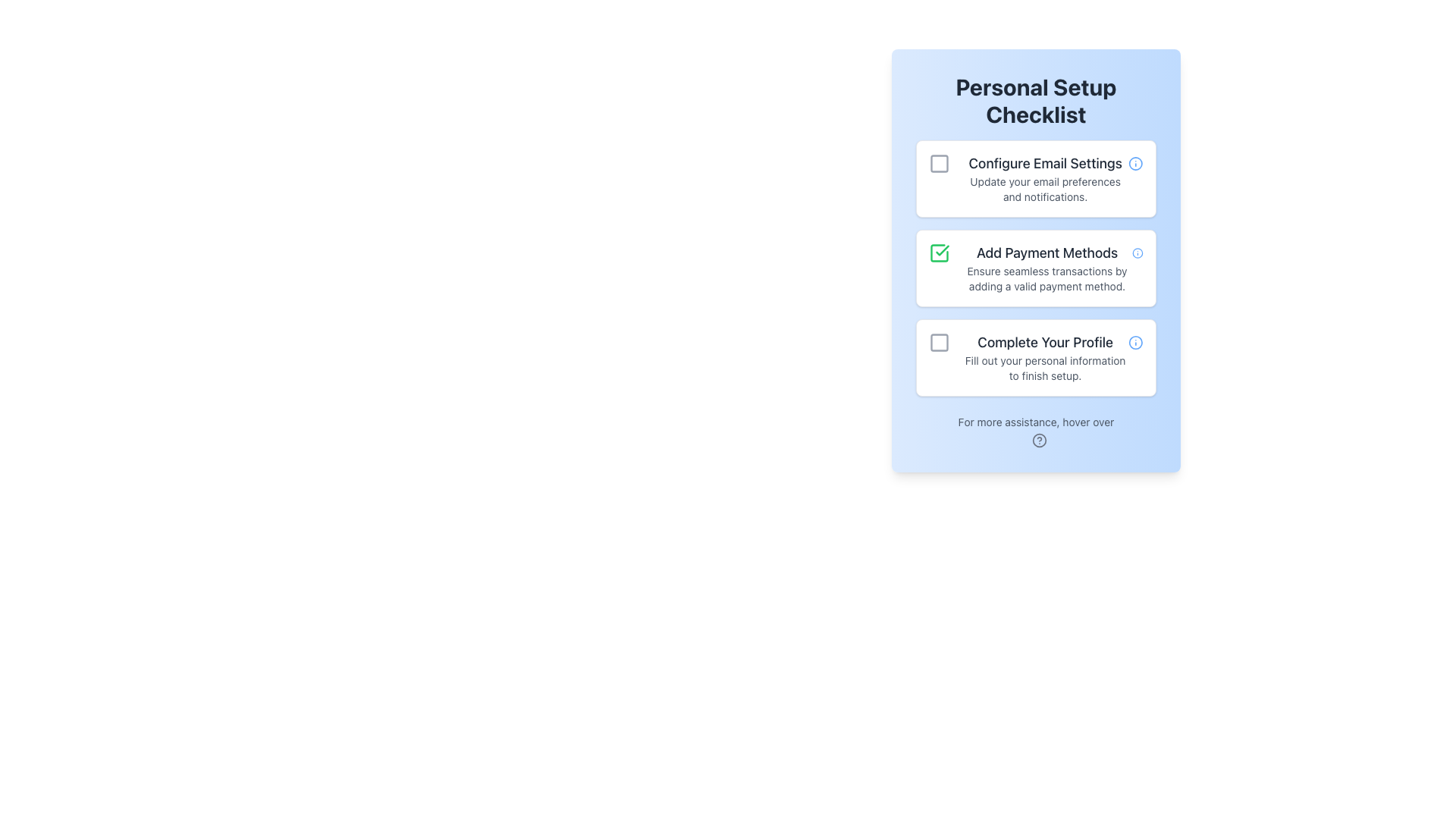 The width and height of the screenshot is (1456, 819). Describe the element at coordinates (1136, 164) in the screenshot. I see `the circular SVG graphic representing the information icon located in the top-right corner of the 'Configure Email Settings' checklist item` at that location.